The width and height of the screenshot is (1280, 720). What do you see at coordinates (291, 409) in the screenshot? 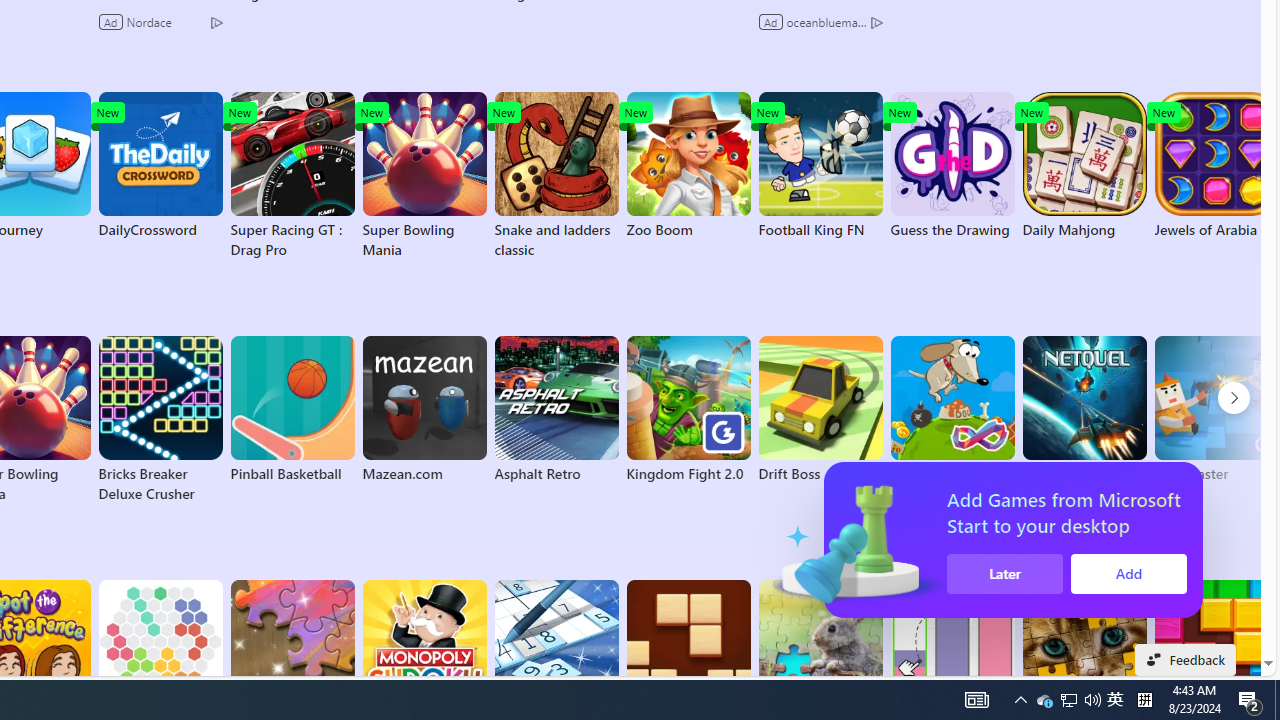
I see `'Pinball Basketball'` at bounding box center [291, 409].